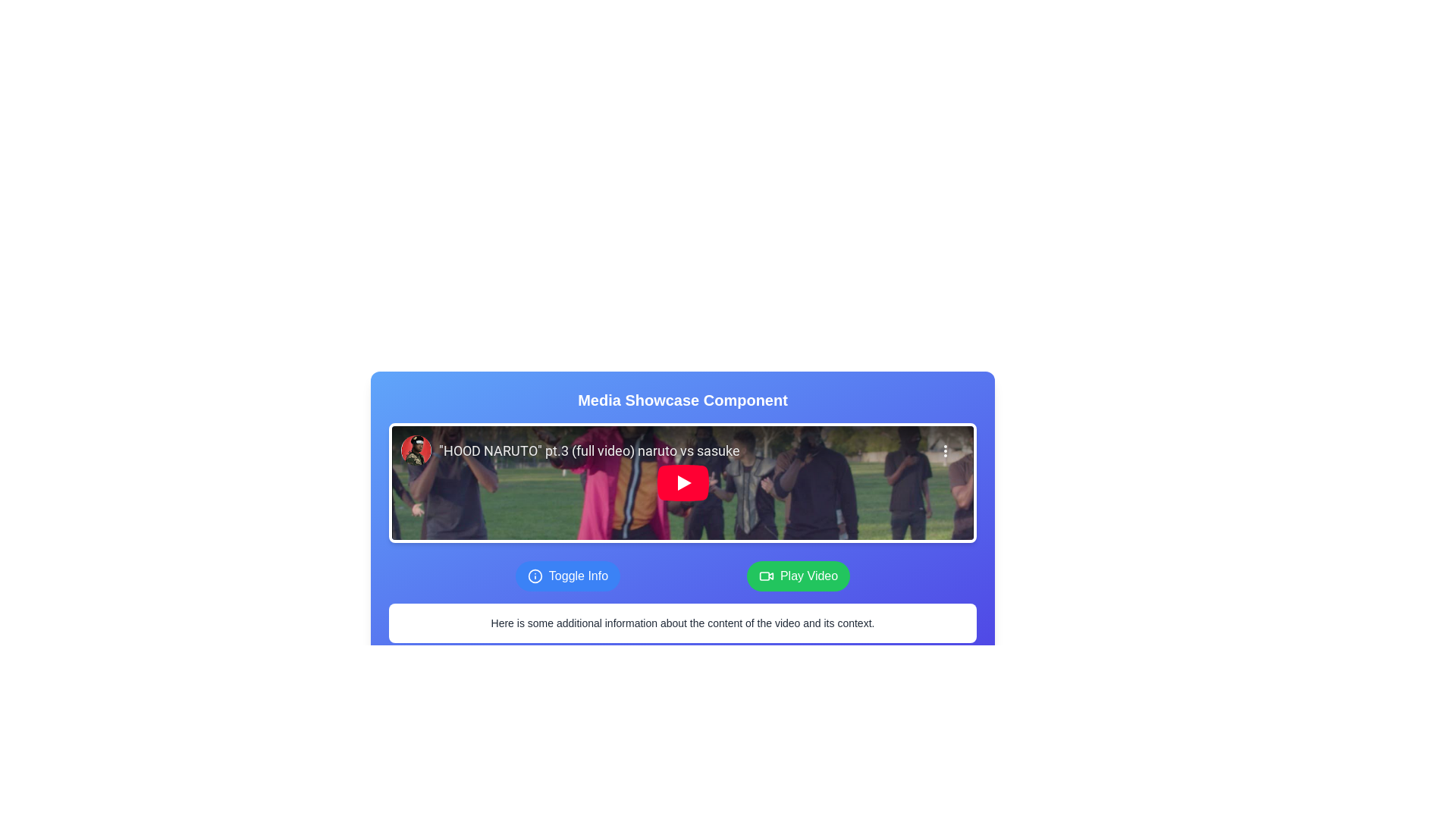 The width and height of the screenshot is (1456, 819). I want to click on the Embedded Video Player titled 'Amazing Video', so click(682, 482).